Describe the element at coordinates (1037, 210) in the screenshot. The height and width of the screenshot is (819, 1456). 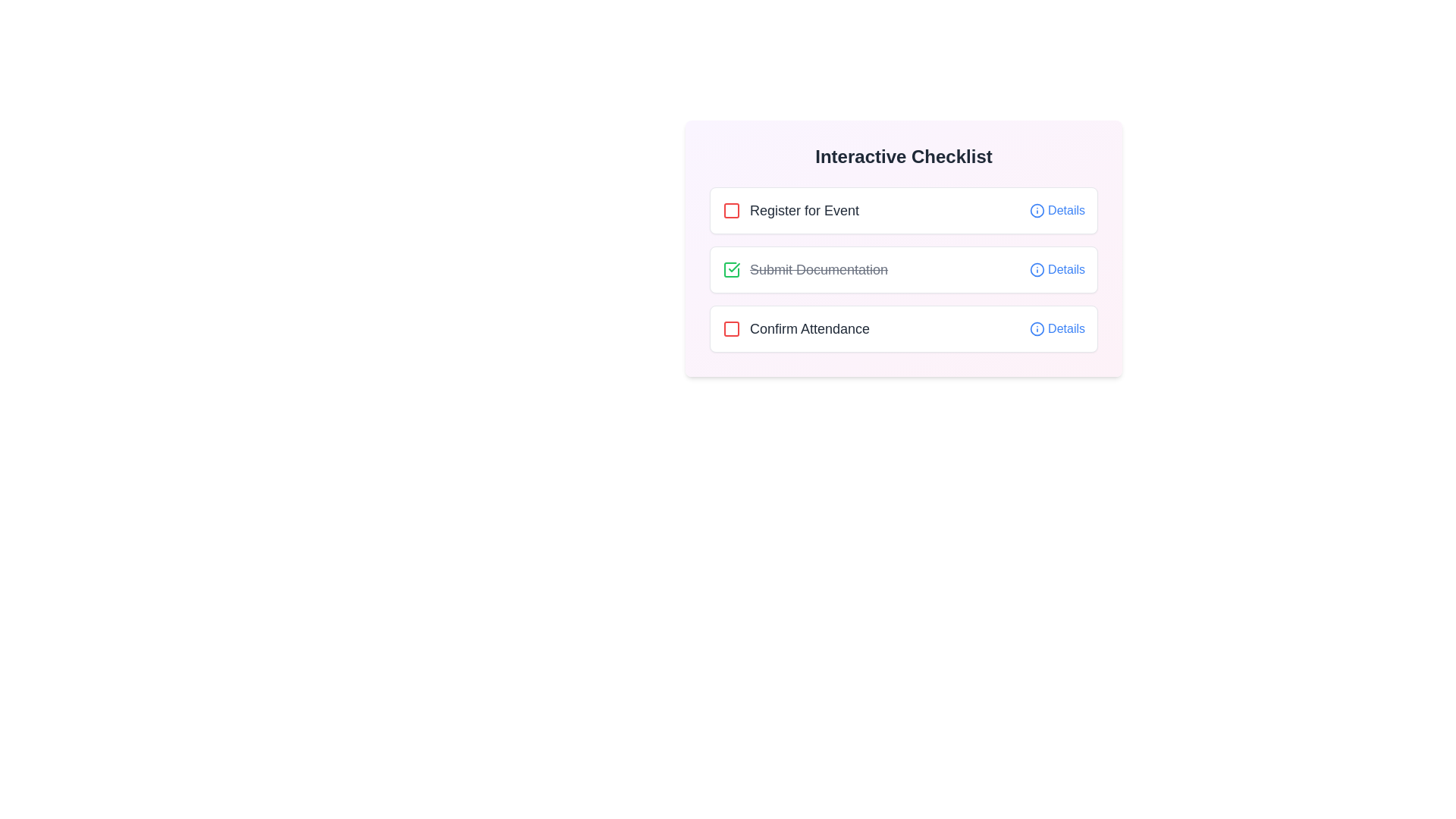
I see `the decorative icon representing additional information about the 'Register for Event' checklist item, located in the 'Details' link` at that location.